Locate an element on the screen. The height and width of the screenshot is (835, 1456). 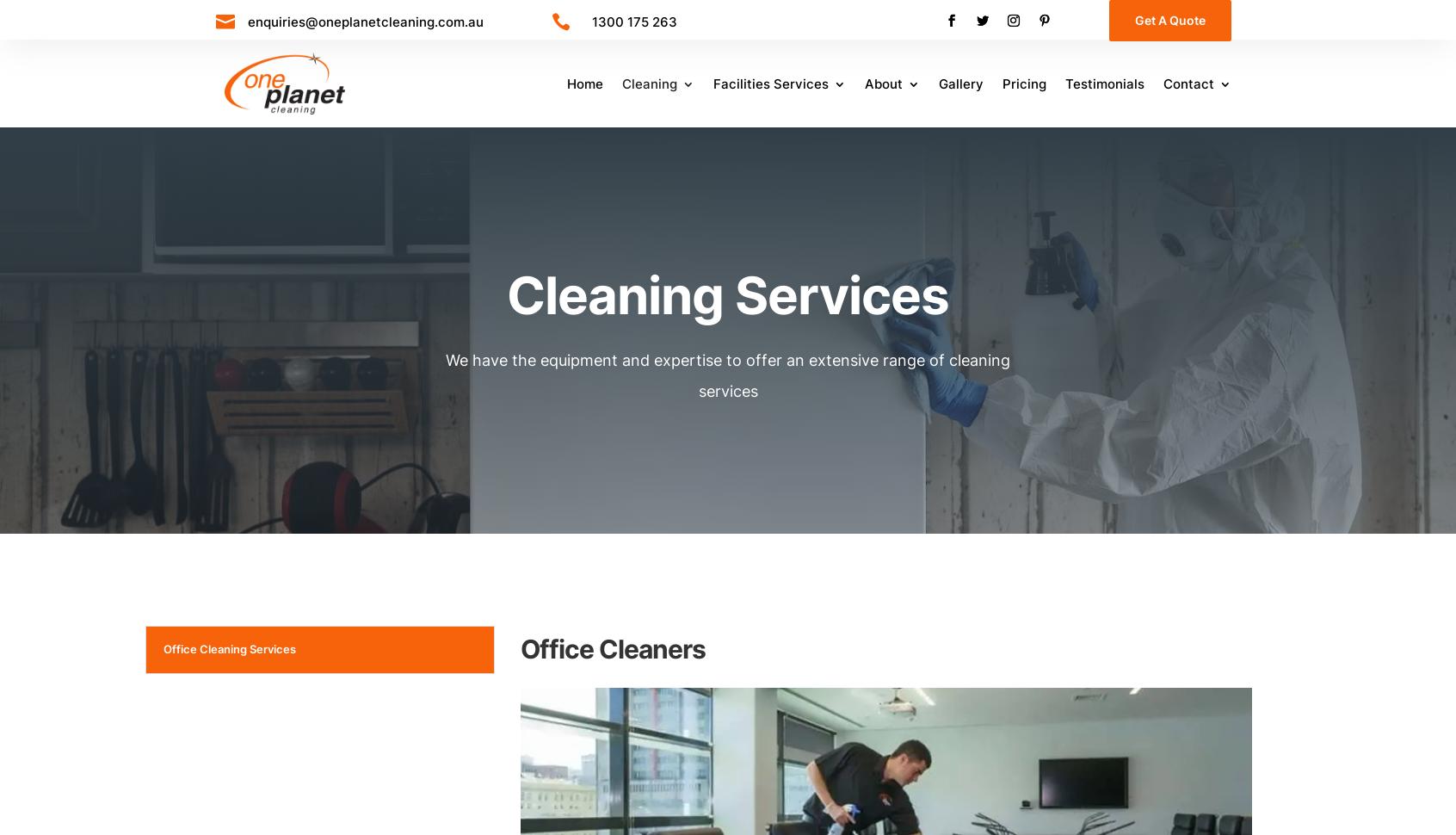
'Testimonials' is located at coordinates (1103, 83).